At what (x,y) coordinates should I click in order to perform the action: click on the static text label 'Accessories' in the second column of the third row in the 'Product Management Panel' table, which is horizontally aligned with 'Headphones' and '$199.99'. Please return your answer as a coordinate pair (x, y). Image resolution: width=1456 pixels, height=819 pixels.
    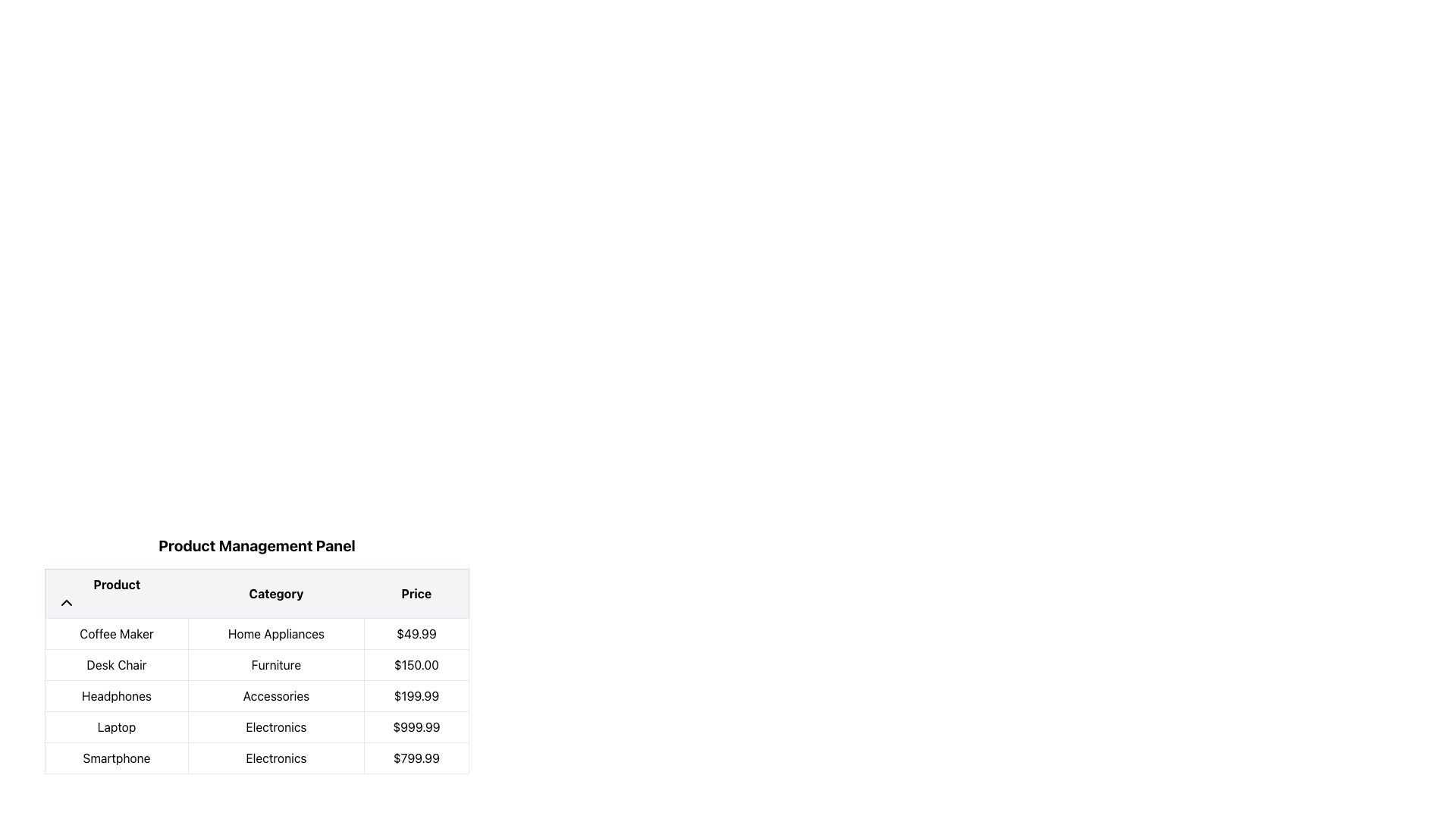
    Looking at the image, I should click on (257, 696).